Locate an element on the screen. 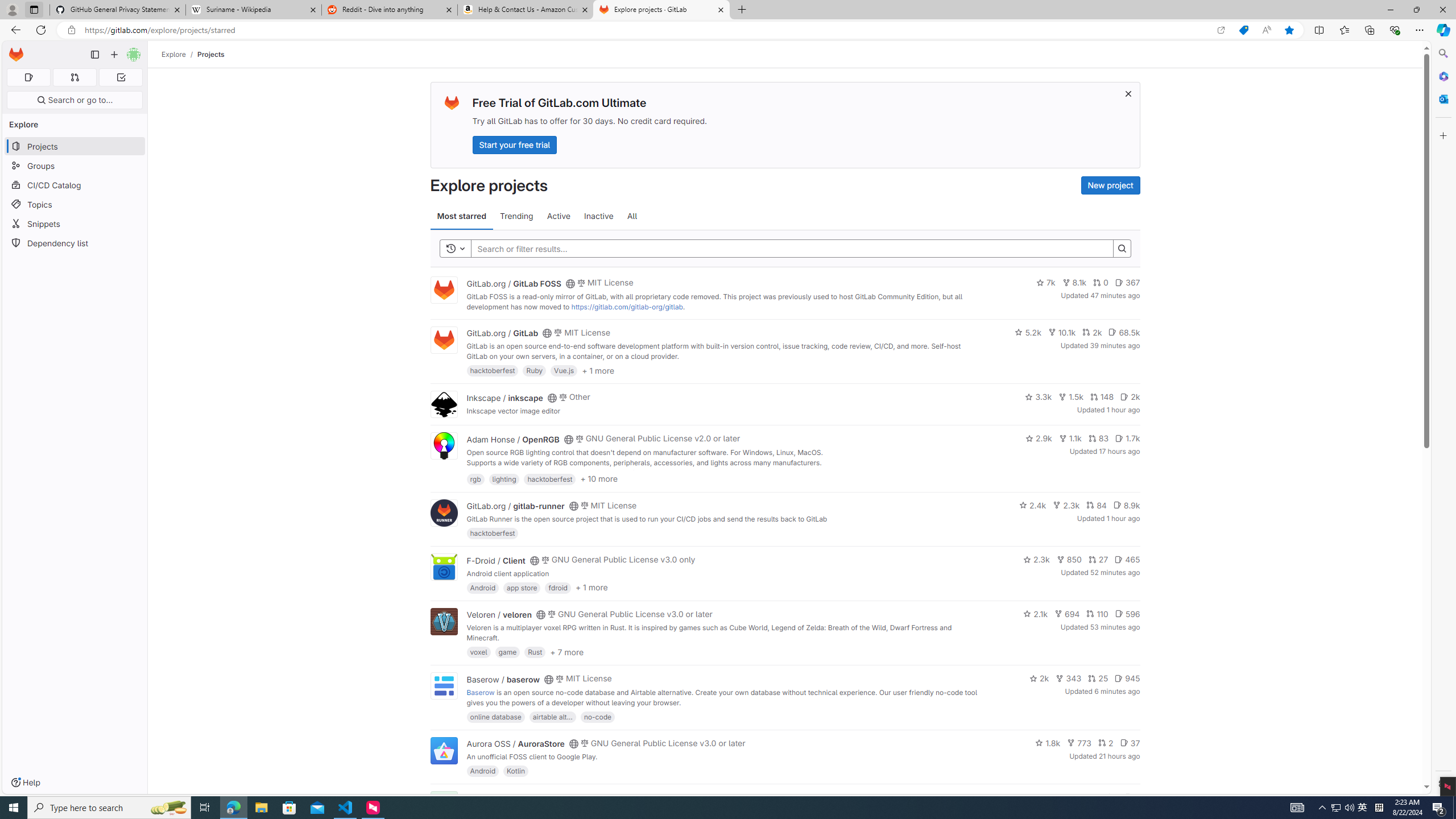 The width and height of the screenshot is (1456, 819). 'Projects' is located at coordinates (210, 54).